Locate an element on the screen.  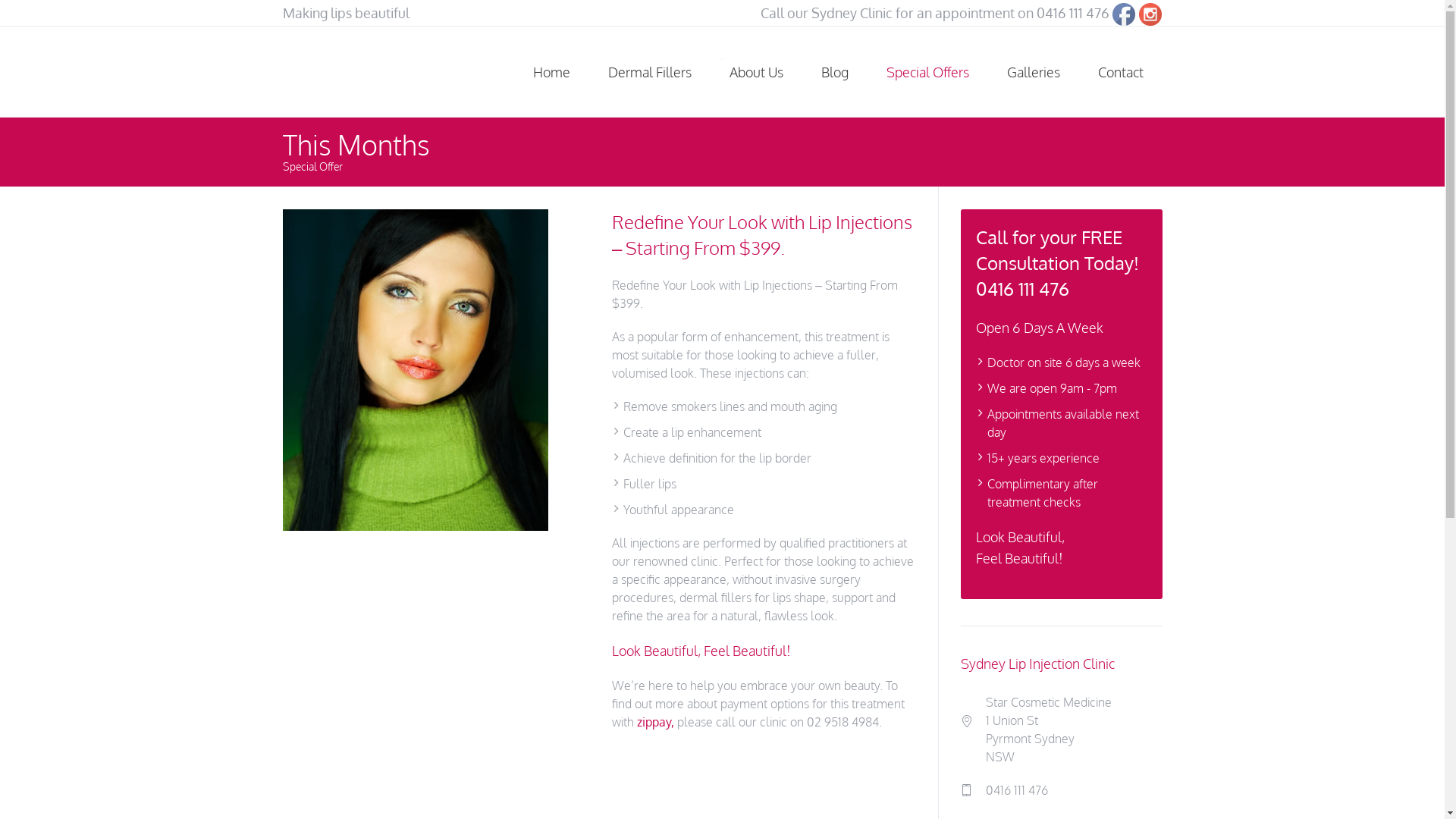
'Instagram' is located at coordinates (1150, 14).